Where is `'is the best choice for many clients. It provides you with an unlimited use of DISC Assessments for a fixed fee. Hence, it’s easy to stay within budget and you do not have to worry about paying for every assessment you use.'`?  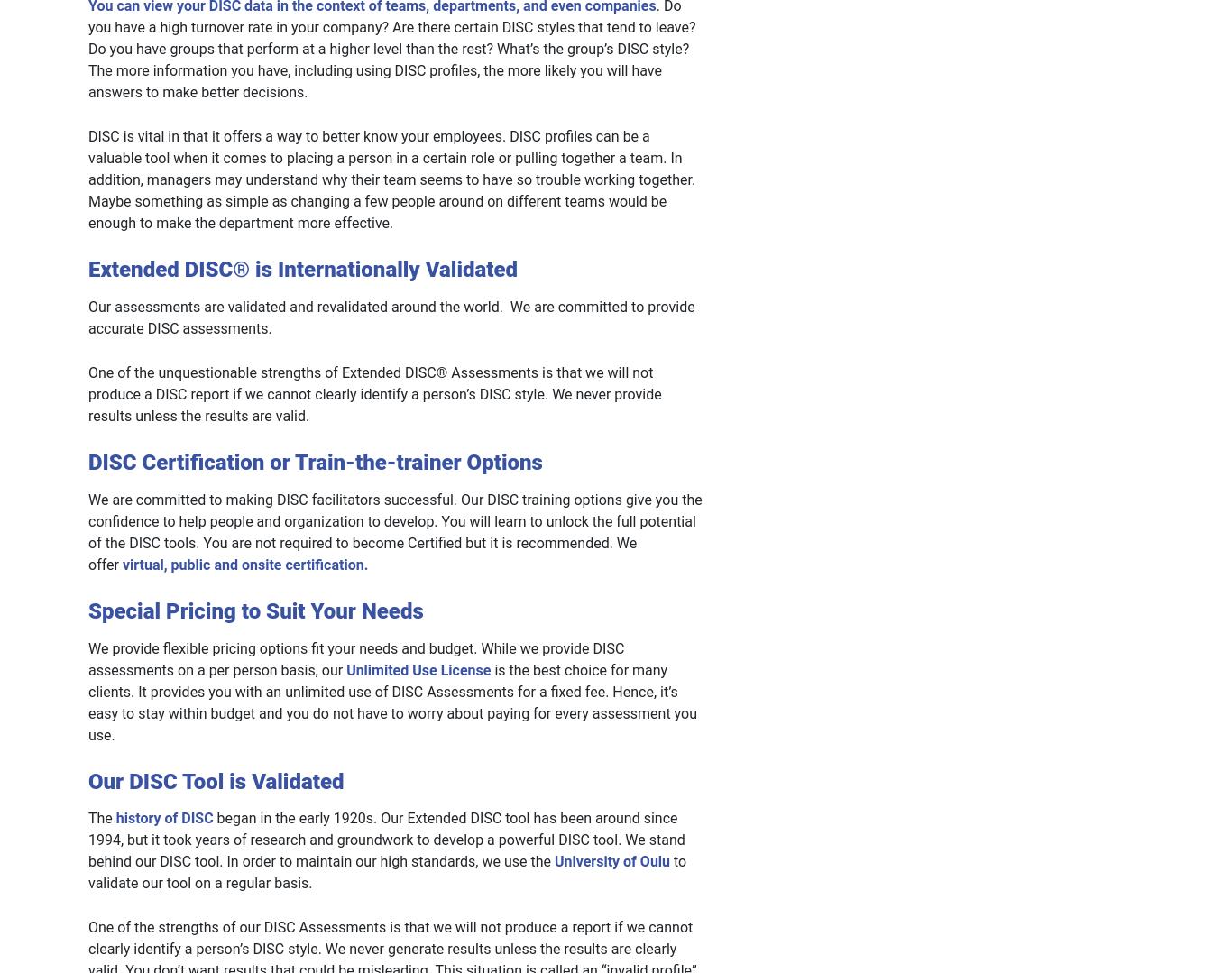
'is the best choice for many clients. It provides you with an unlimited use of DISC Assessments for a fixed fee. Hence, it’s easy to stay within budget and you do not have to worry about paying for every assessment you use.' is located at coordinates (87, 702).